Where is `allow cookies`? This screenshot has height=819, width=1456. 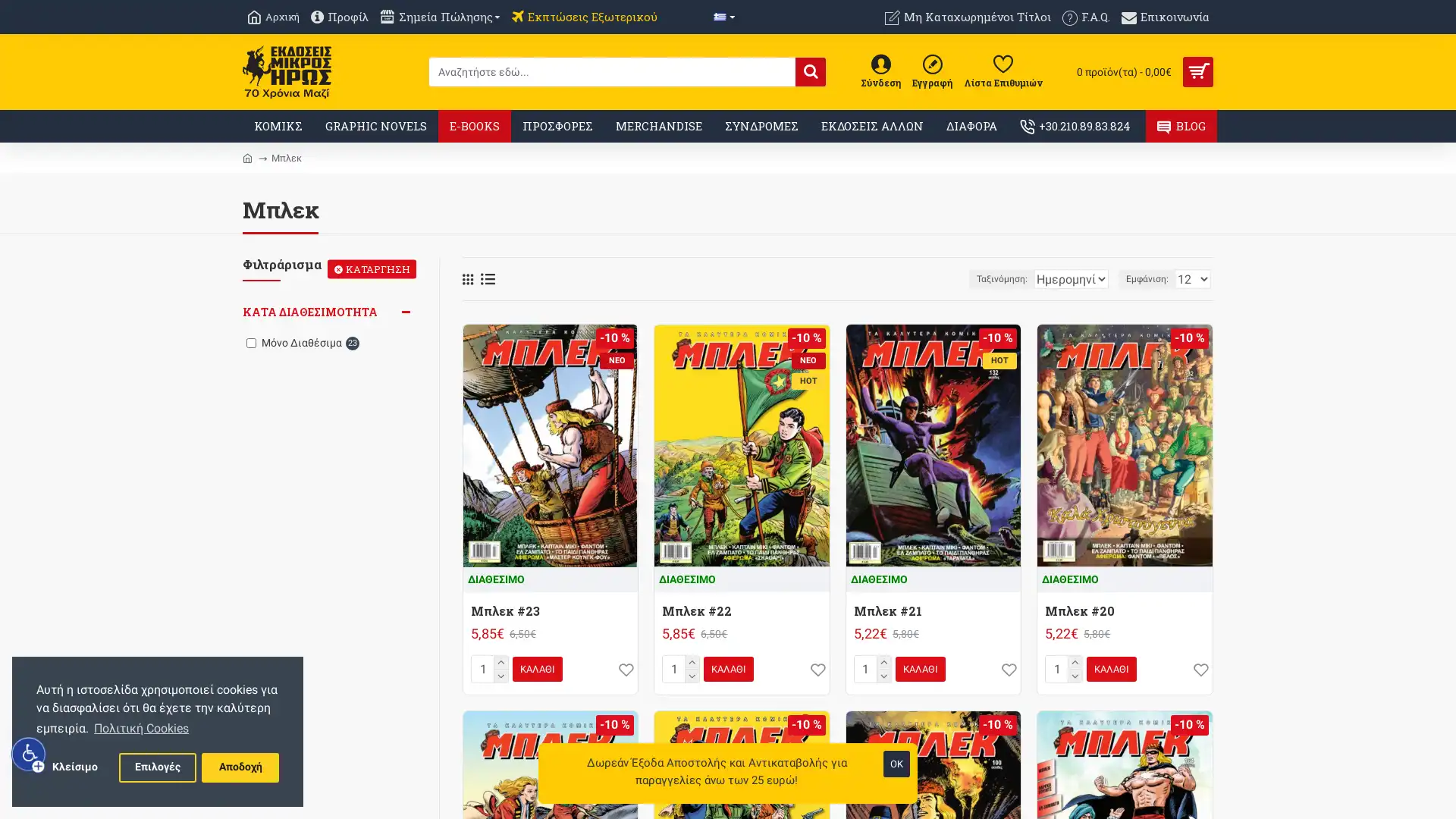
allow cookies is located at coordinates (239, 767).